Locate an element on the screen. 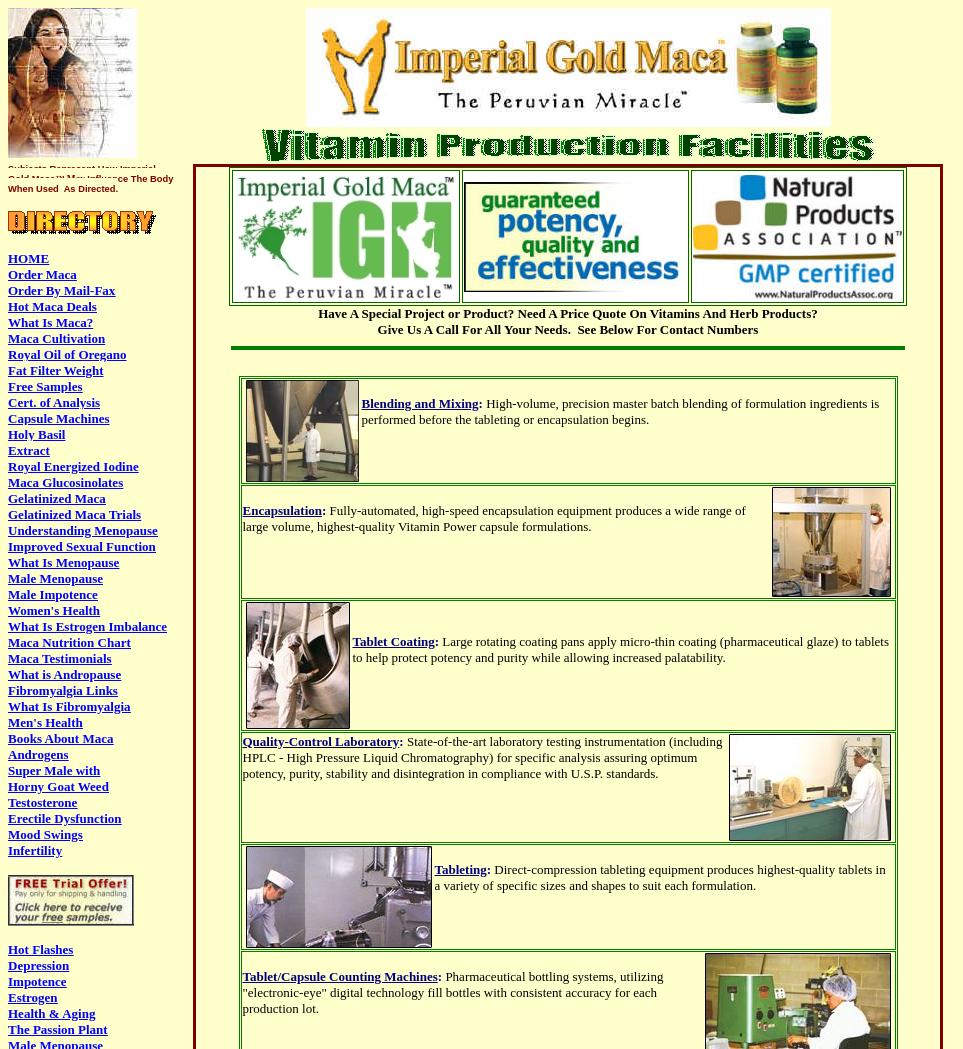  'Super Male with' is located at coordinates (54, 770).